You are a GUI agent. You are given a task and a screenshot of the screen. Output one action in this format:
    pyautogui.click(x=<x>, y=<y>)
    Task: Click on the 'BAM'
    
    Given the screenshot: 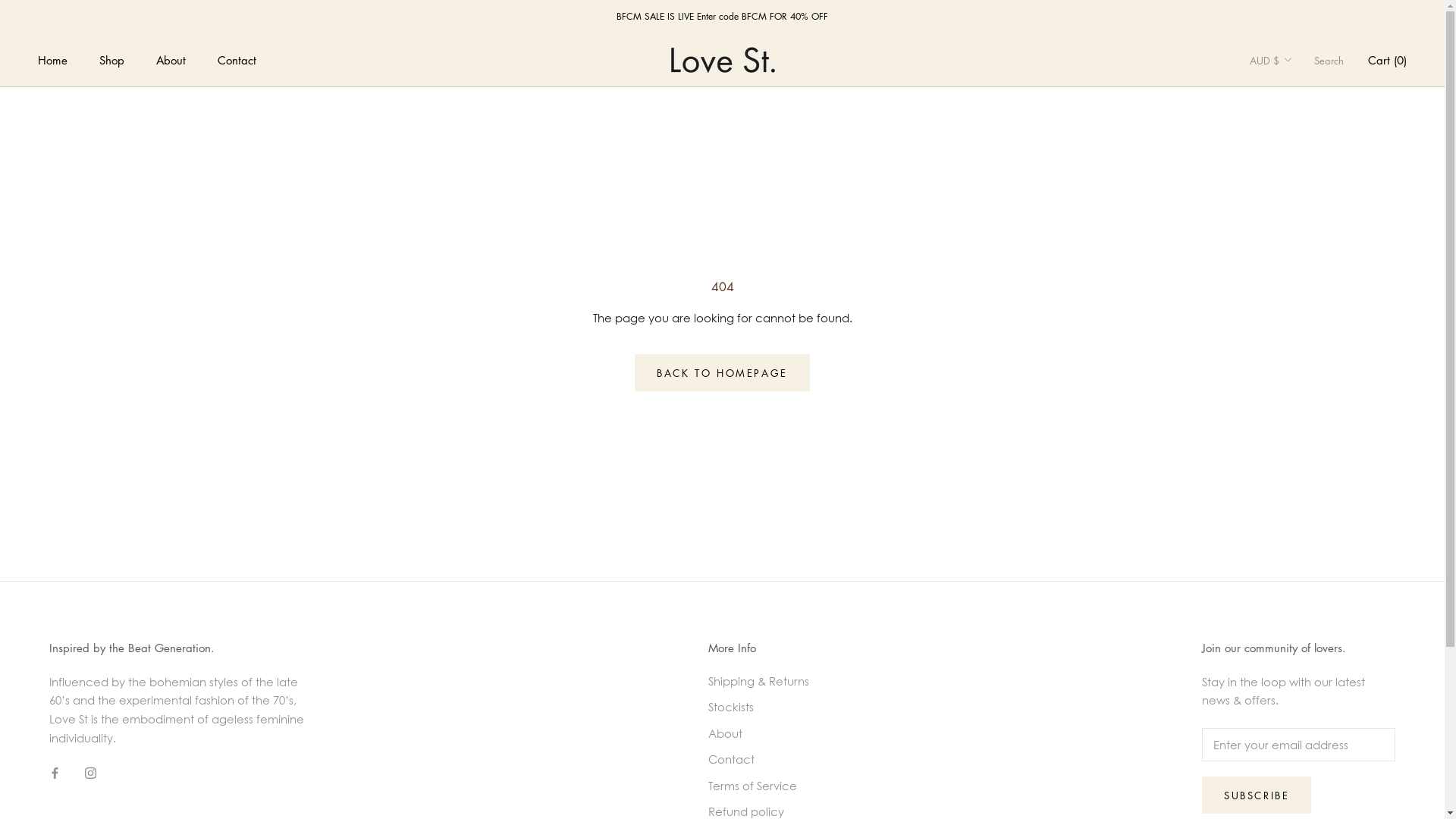 What is the action you would take?
    pyautogui.click(x=1294, y=286)
    